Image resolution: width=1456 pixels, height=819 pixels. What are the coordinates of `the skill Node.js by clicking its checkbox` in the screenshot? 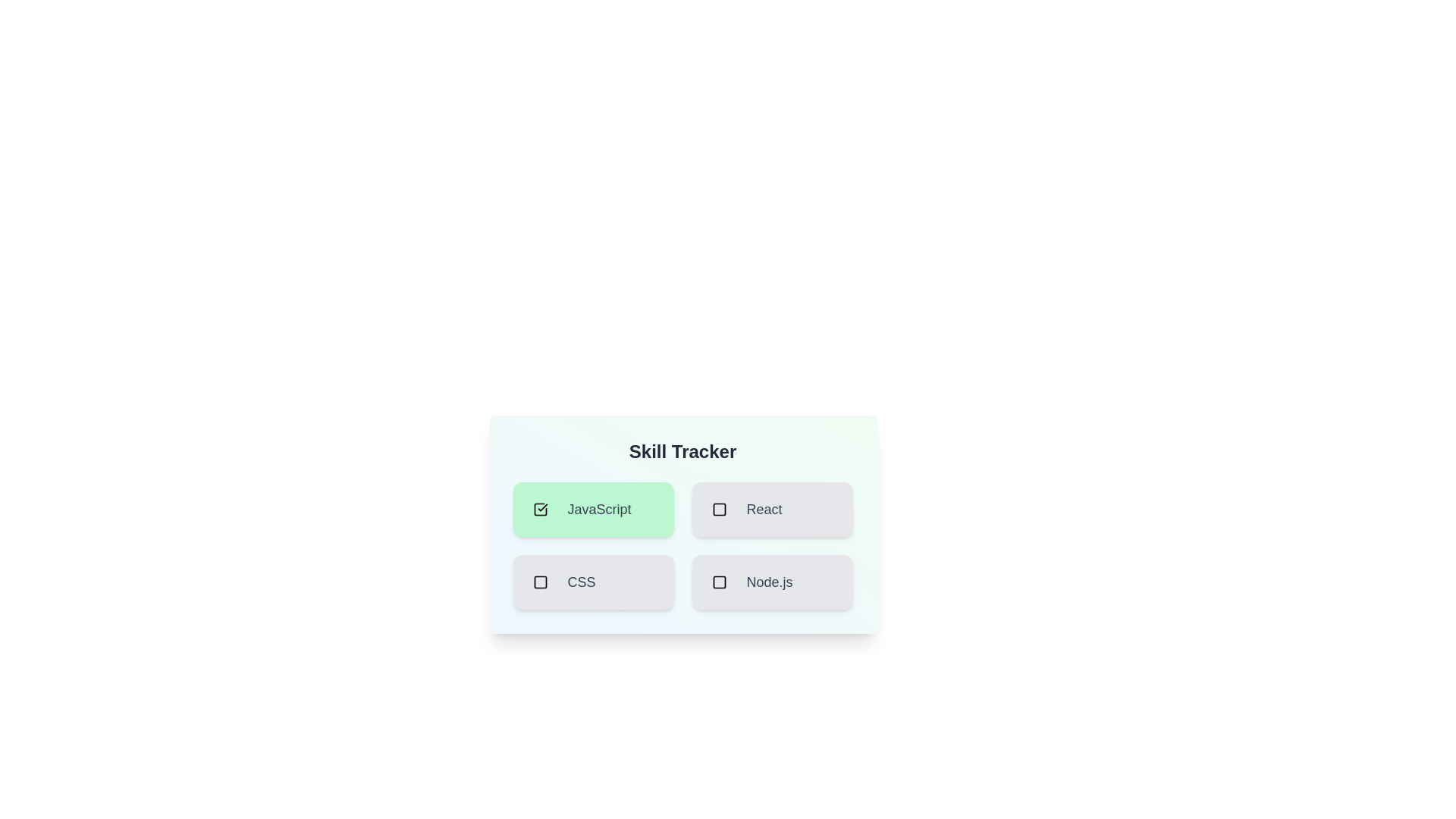 It's located at (718, 581).